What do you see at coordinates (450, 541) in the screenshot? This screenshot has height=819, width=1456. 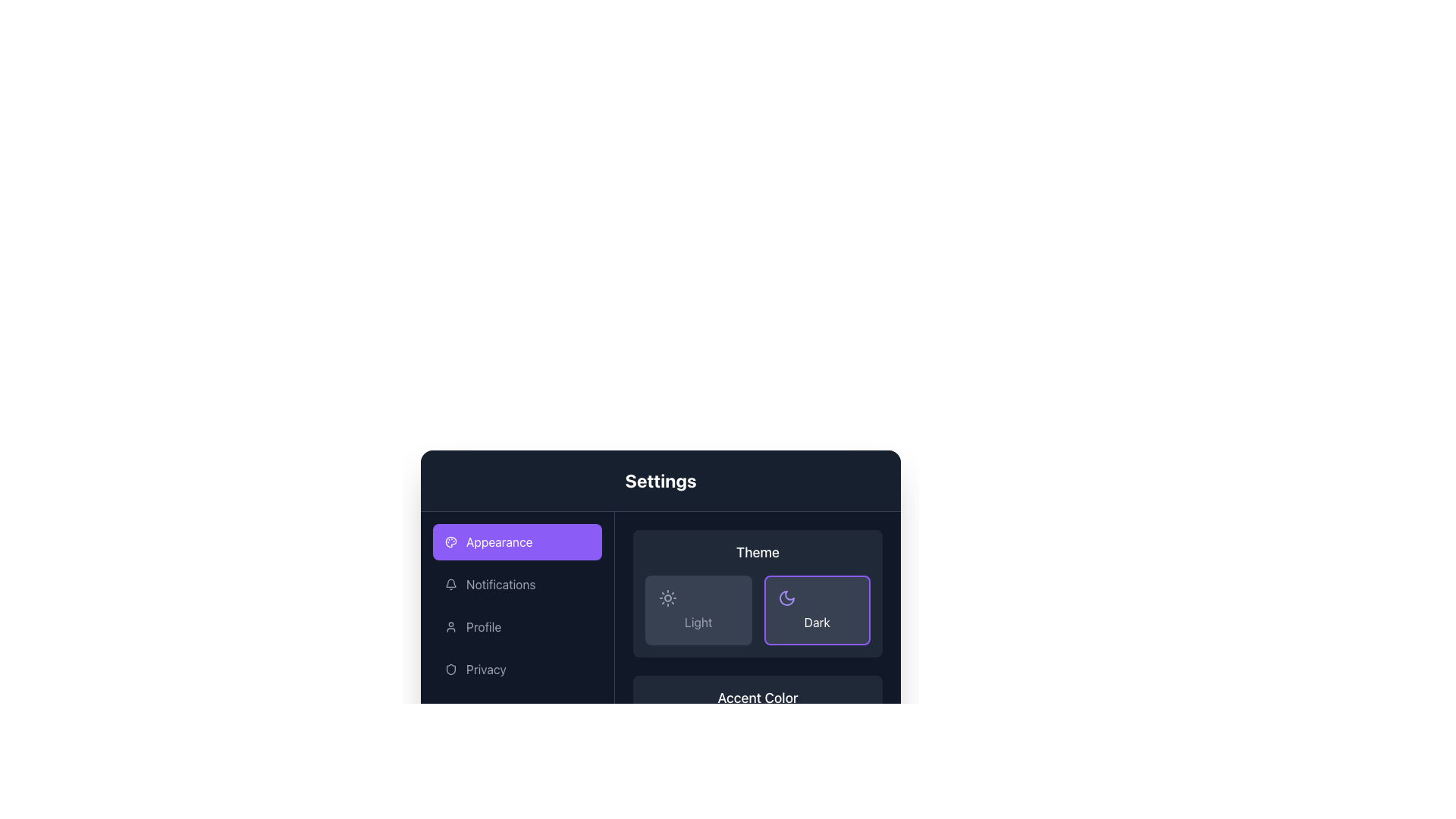 I see `the appearance of the palette icon component located in the left side menu adjacent to the 'Appearance' label` at bounding box center [450, 541].